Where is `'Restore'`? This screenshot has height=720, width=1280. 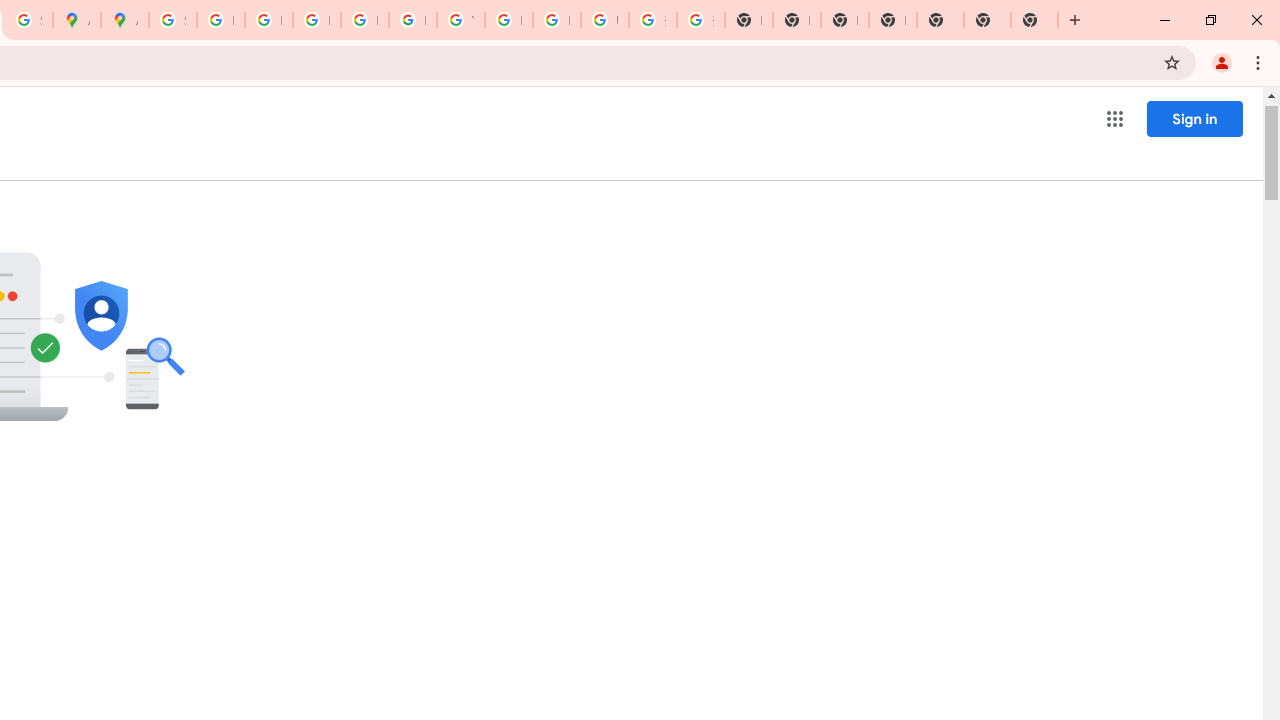 'Restore' is located at coordinates (1209, 20).